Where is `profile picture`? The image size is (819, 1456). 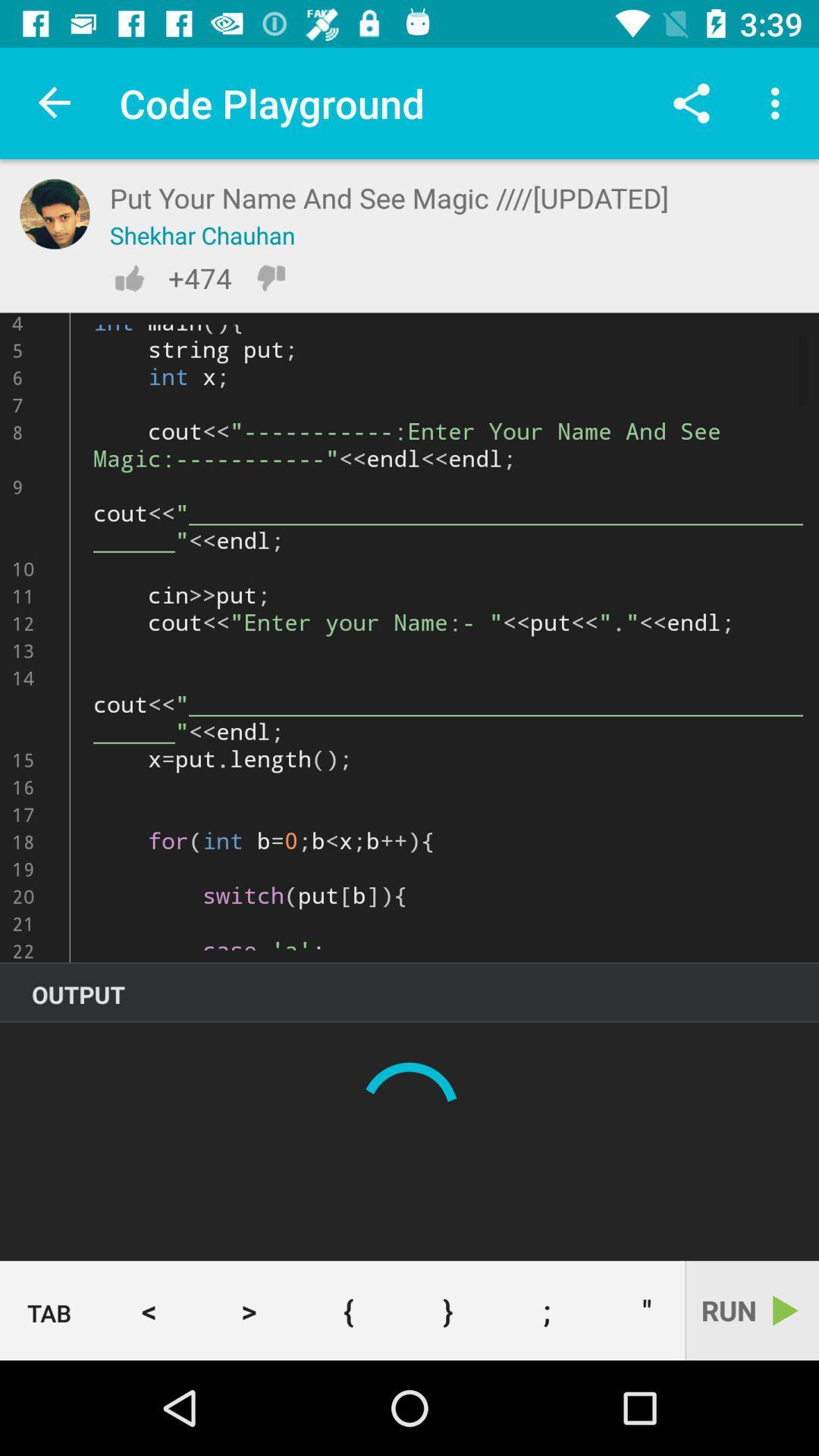
profile picture is located at coordinates (54, 213).